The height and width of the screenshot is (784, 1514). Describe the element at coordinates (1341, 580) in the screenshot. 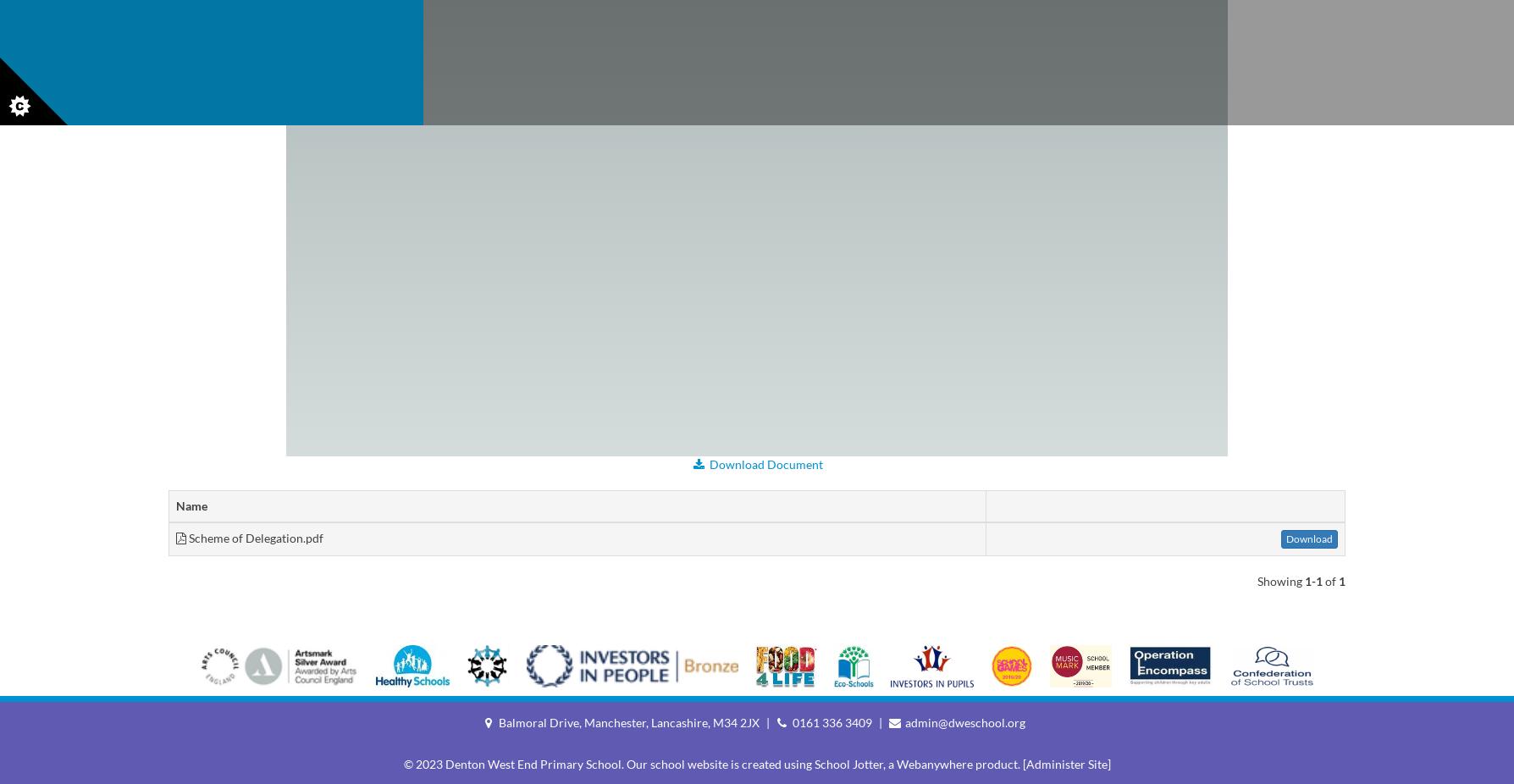

I see `'1'` at that location.